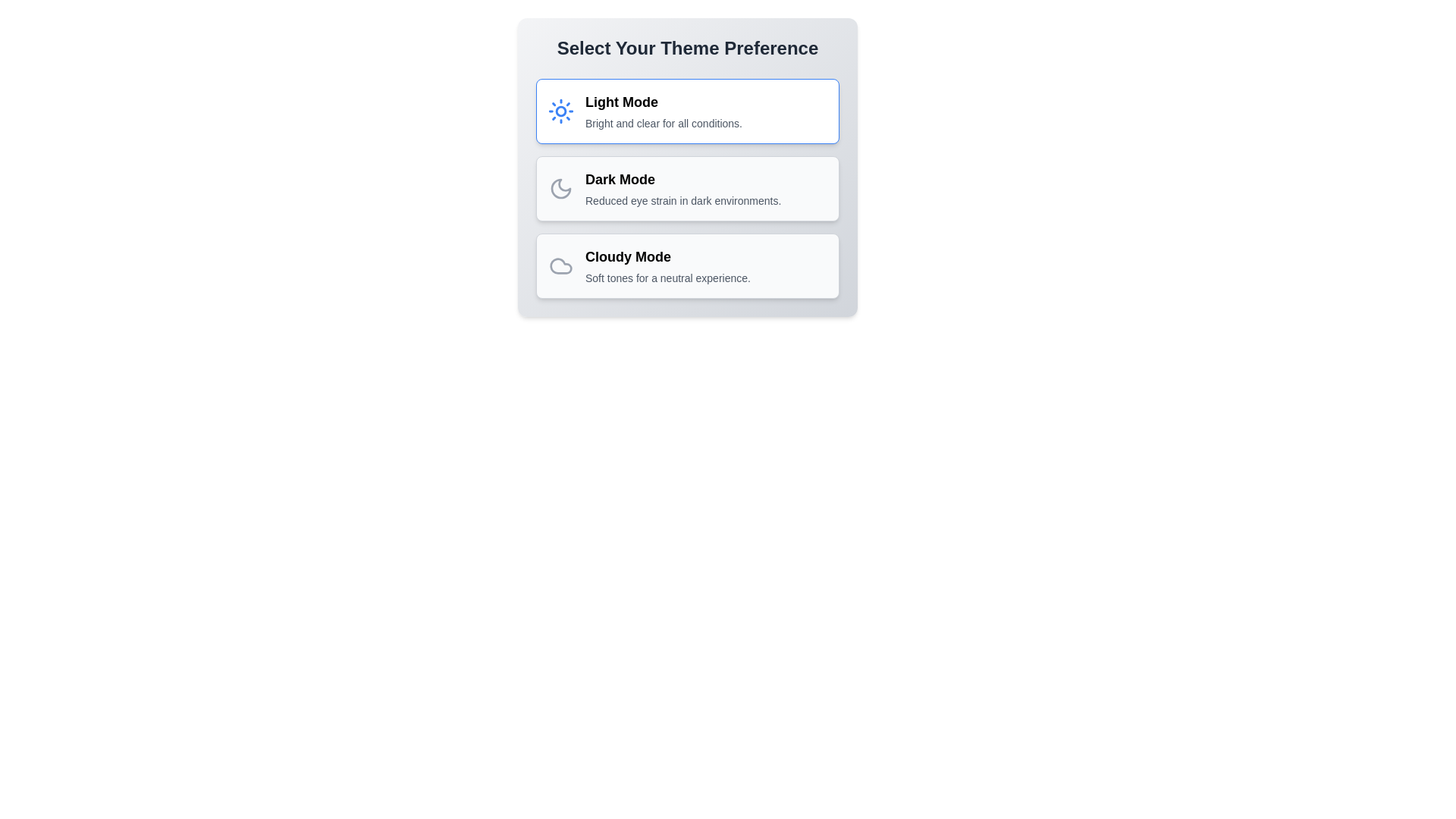  I want to click on text content of the text block displaying the bolded heading 'Cloudy Mode' and subtext 'Soft tones for a neutral experience.' which is located in the third card of the 'Select Your Theme Preference' interface, so click(667, 265).